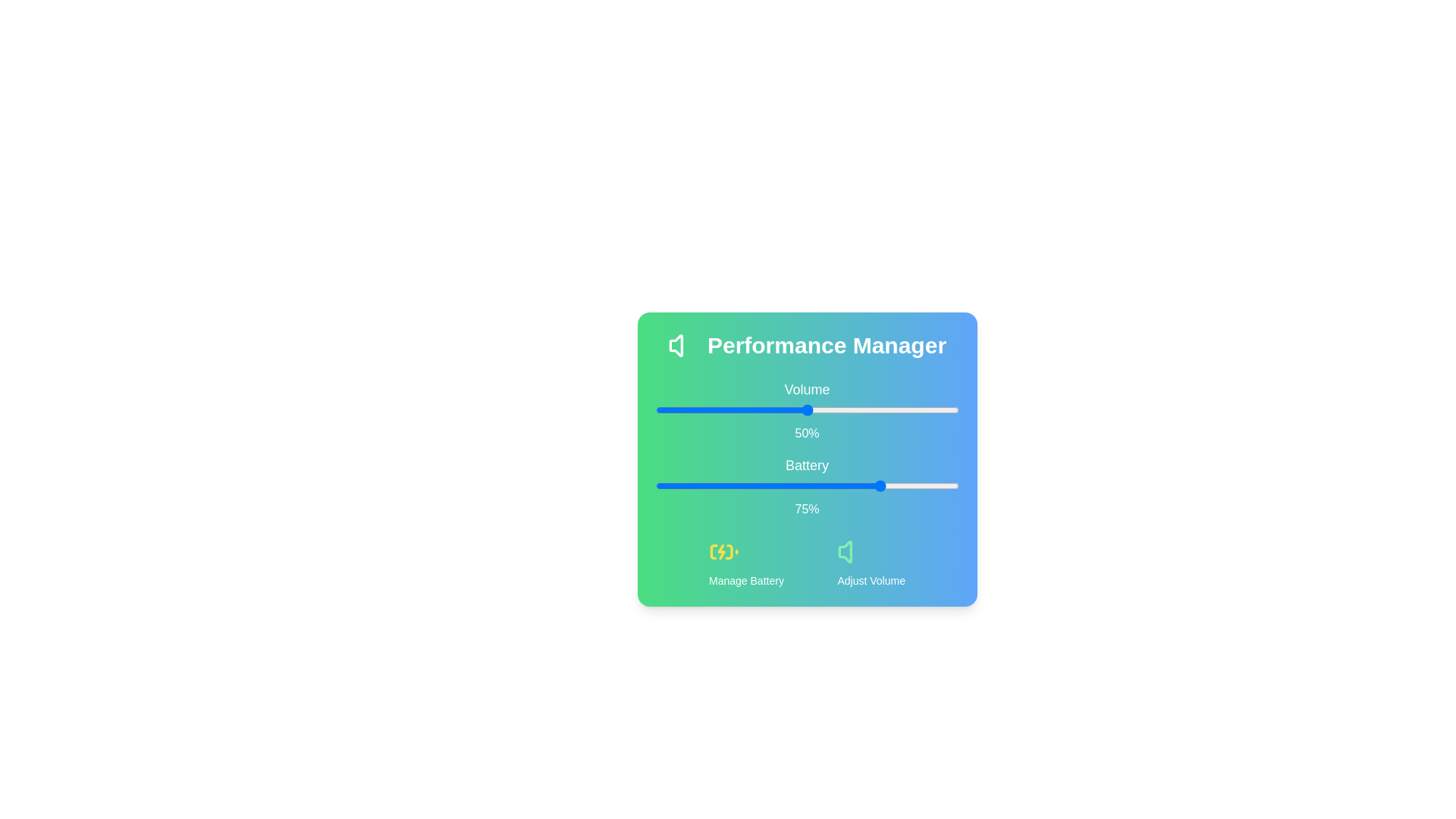 The width and height of the screenshot is (1456, 819). I want to click on the volume slider to 14%, so click(697, 409).